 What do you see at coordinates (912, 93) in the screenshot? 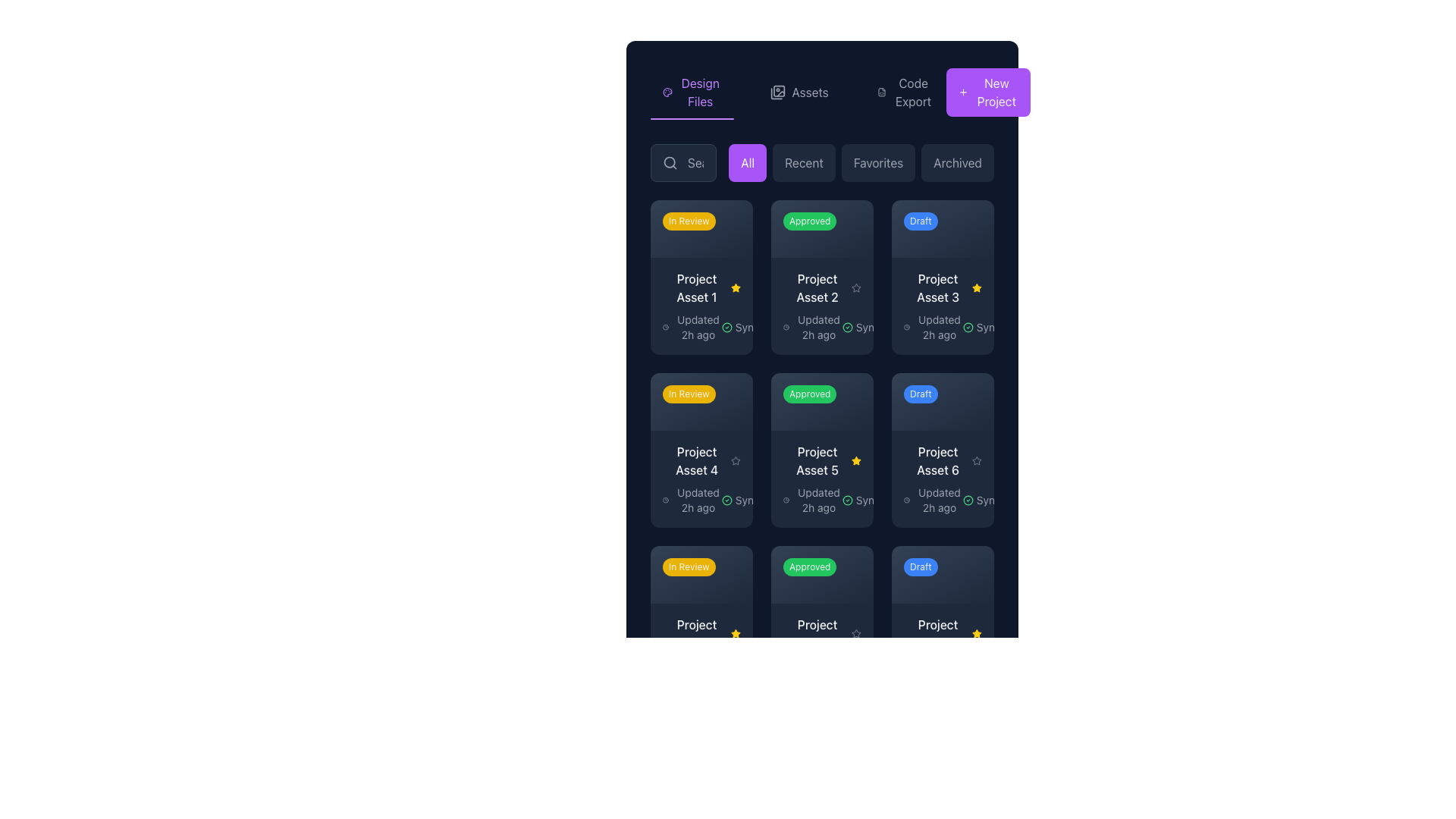
I see `the 'Code Export' text label` at bounding box center [912, 93].